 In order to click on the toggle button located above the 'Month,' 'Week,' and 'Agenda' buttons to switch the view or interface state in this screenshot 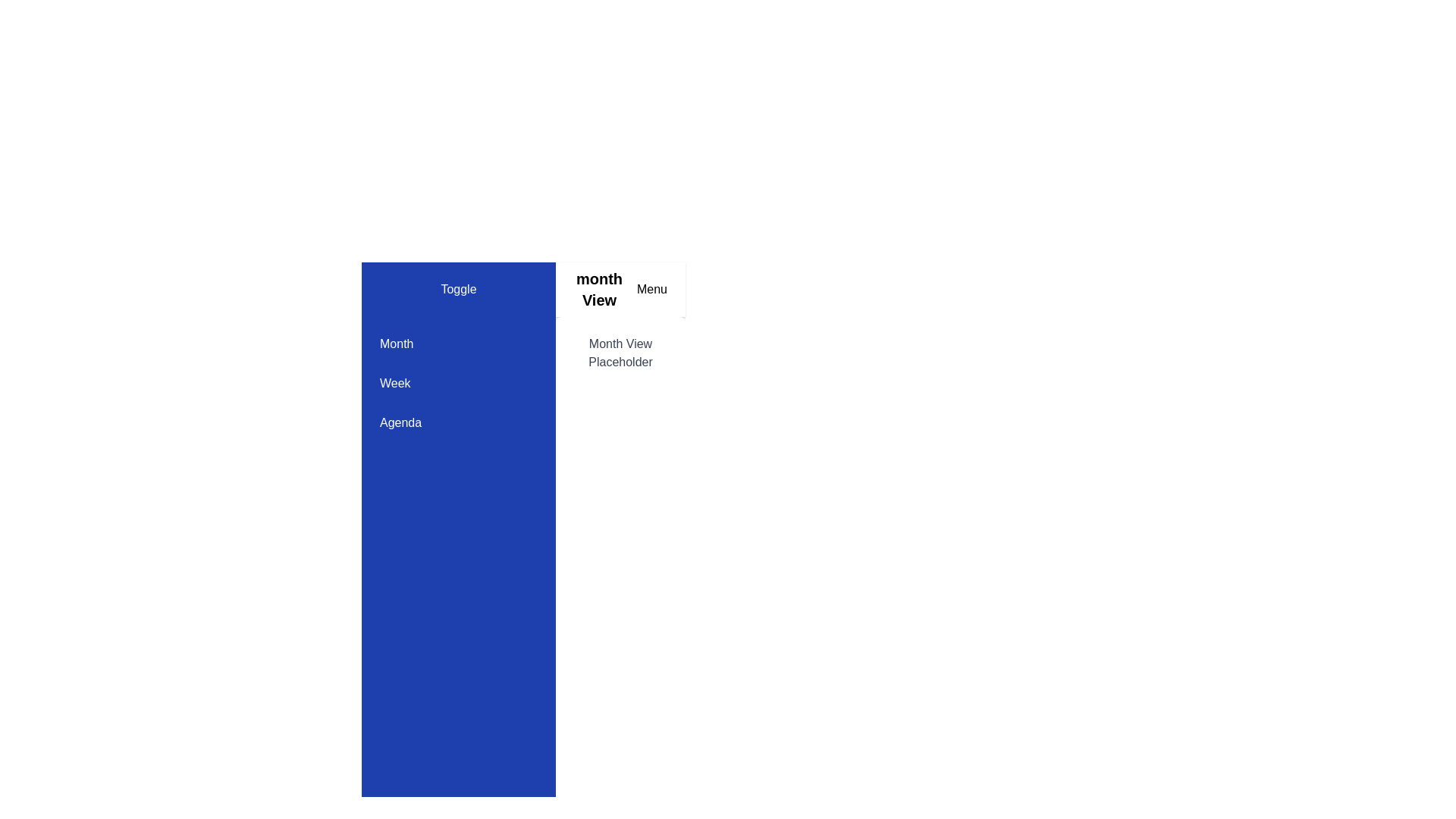, I will do `click(457, 289)`.